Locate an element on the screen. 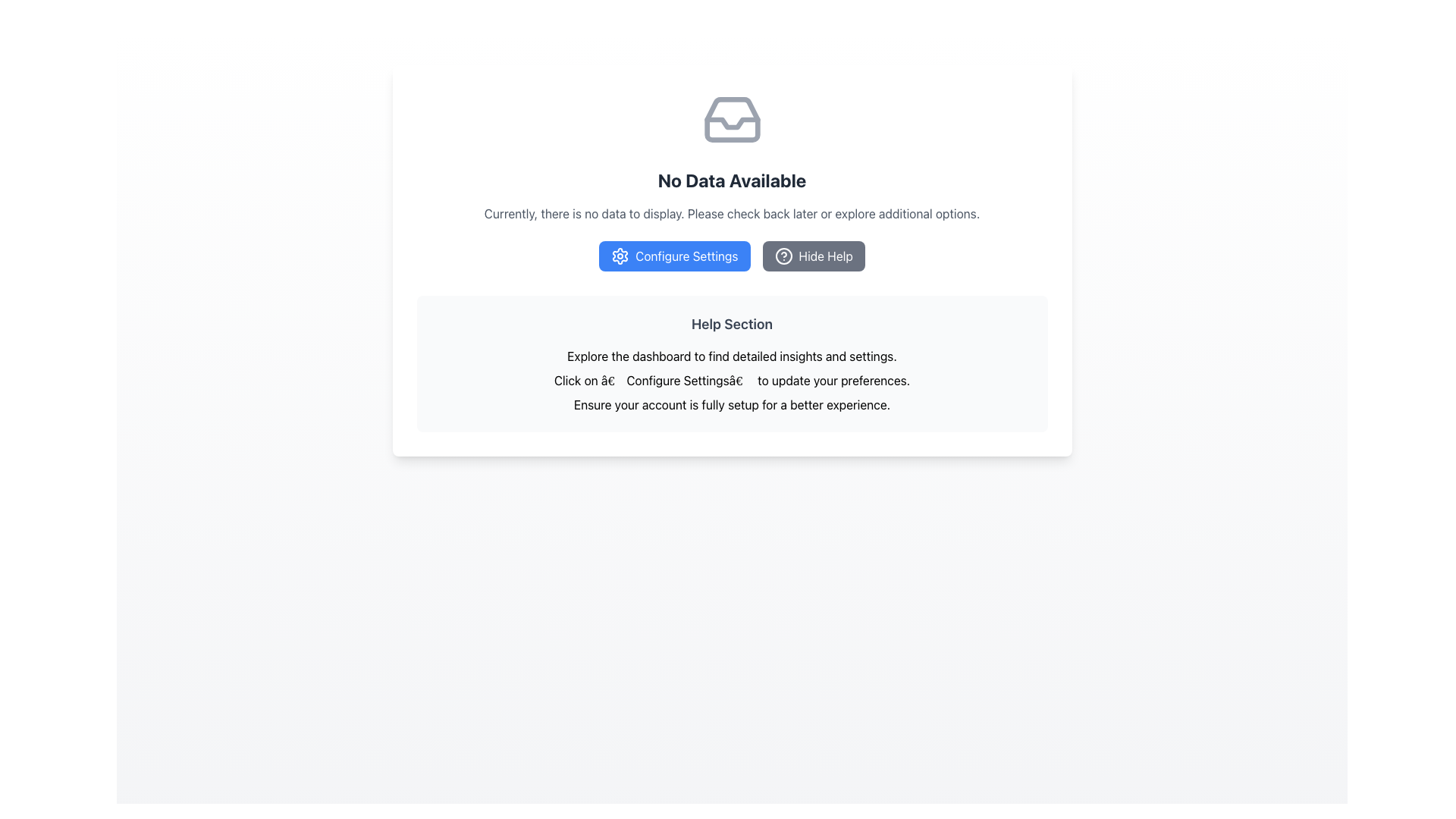 Image resolution: width=1456 pixels, height=819 pixels. the second static text element that provides instructions for the 'Configure Settings' button, positioned centrally below the first text element is located at coordinates (732, 379).